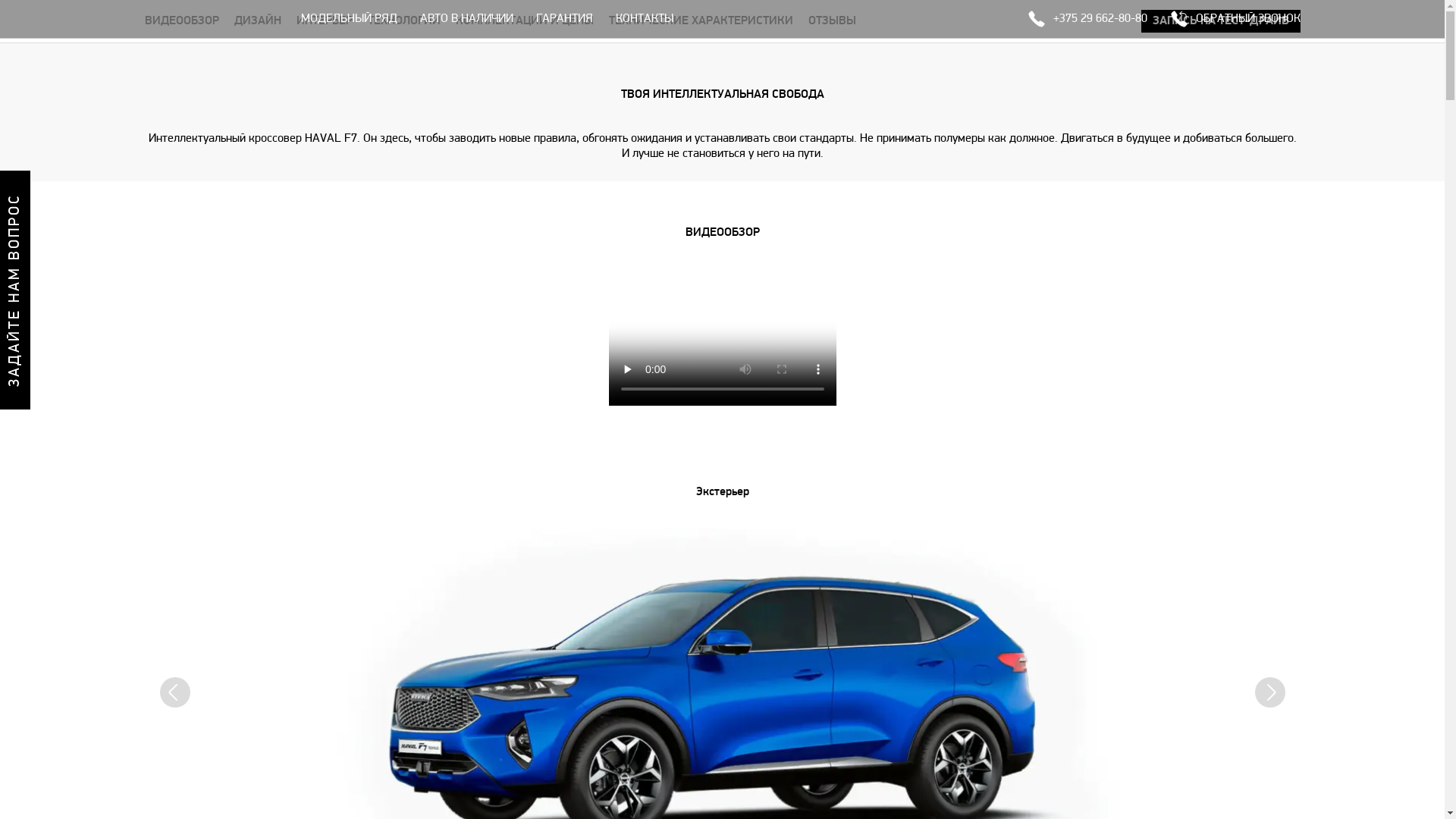 The image size is (1456, 819). What do you see at coordinates (1086, 18) in the screenshot?
I see `'+375 29 662-80-80'` at bounding box center [1086, 18].